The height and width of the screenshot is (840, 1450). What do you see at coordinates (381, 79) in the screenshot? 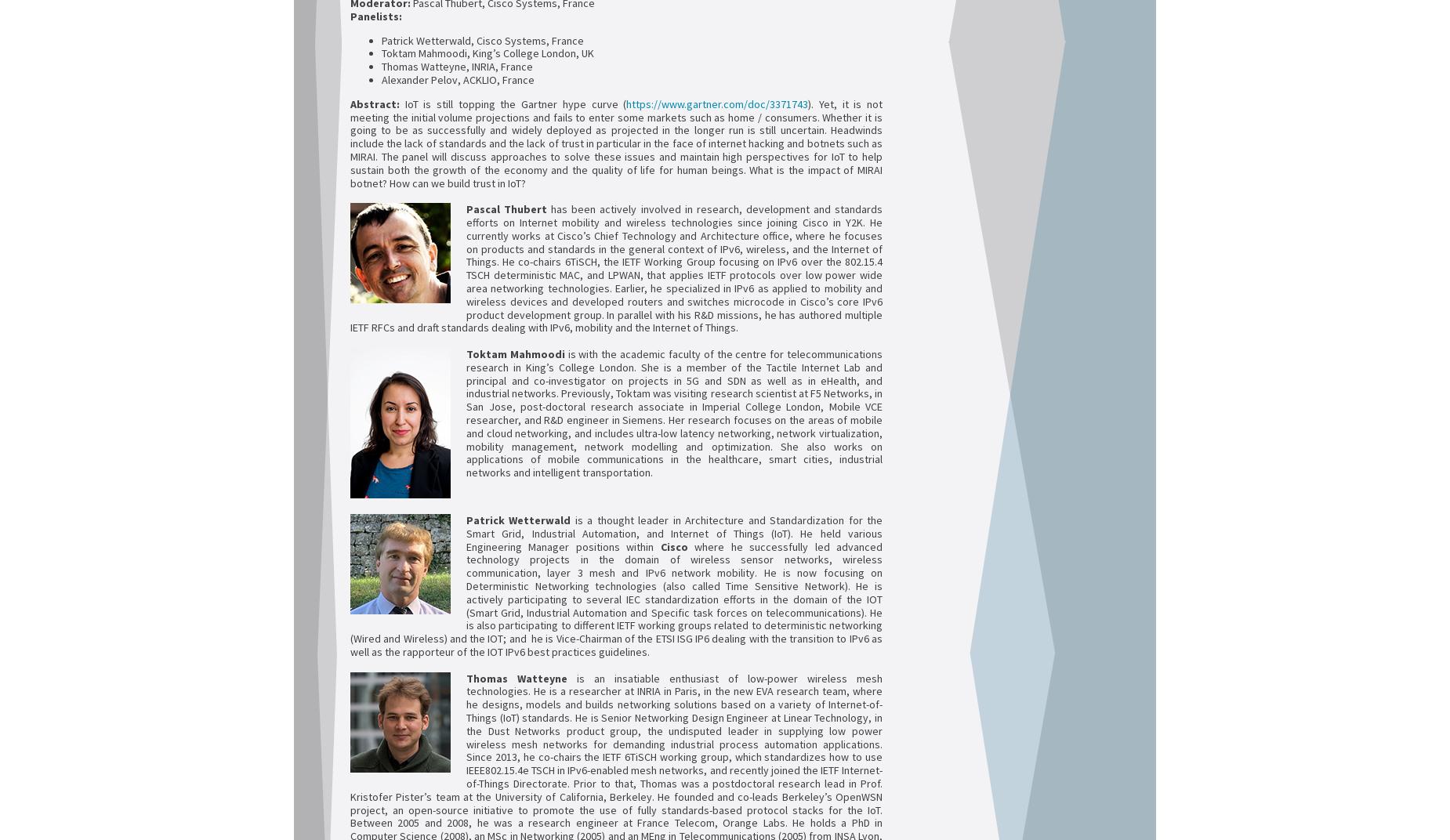
I see `'Alexander Pelov, ACKLIO, France'` at bounding box center [381, 79].